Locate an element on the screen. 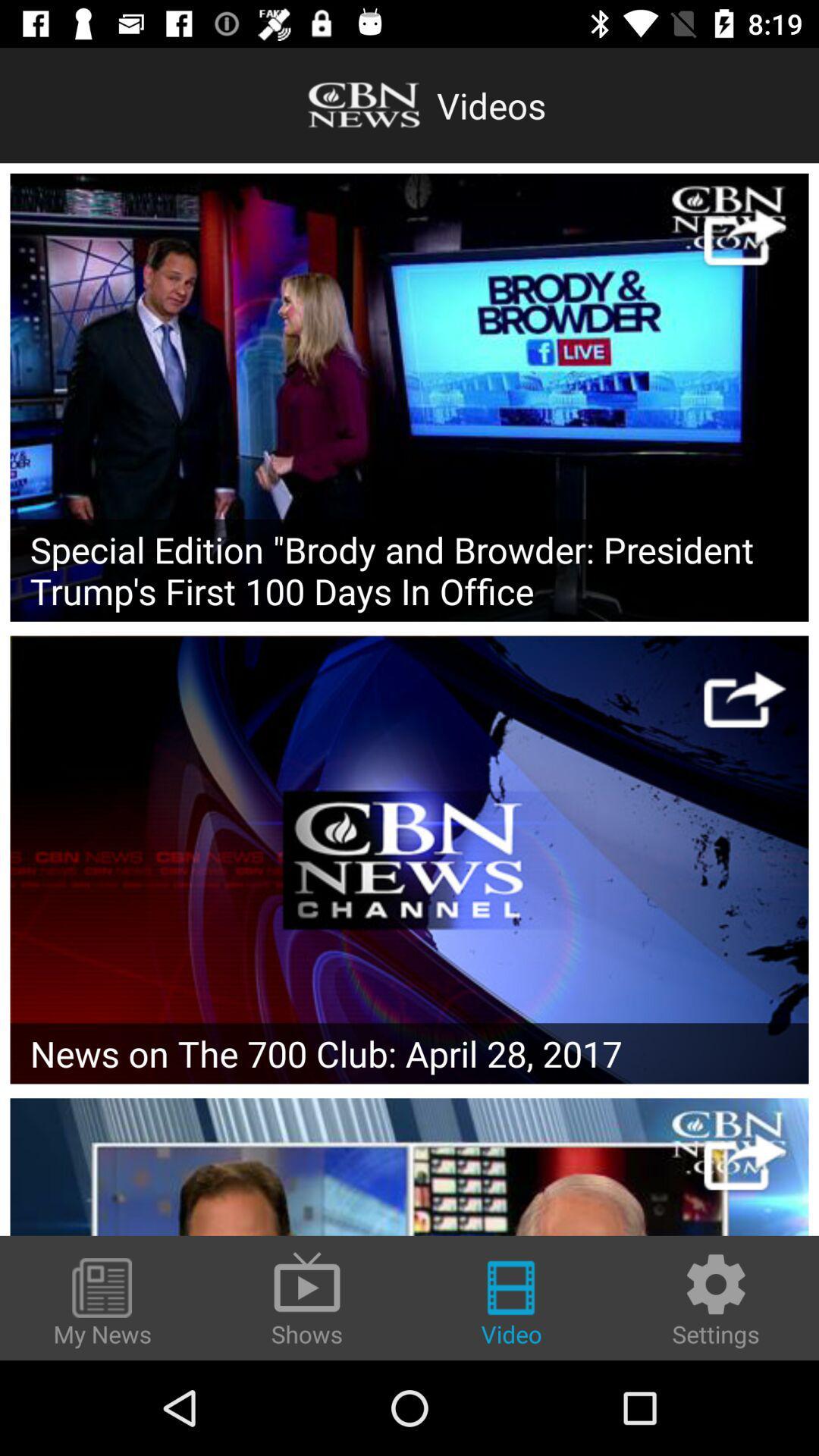 This screenshot has height=1456, width=819. share it is located at coordinates (744, 236).